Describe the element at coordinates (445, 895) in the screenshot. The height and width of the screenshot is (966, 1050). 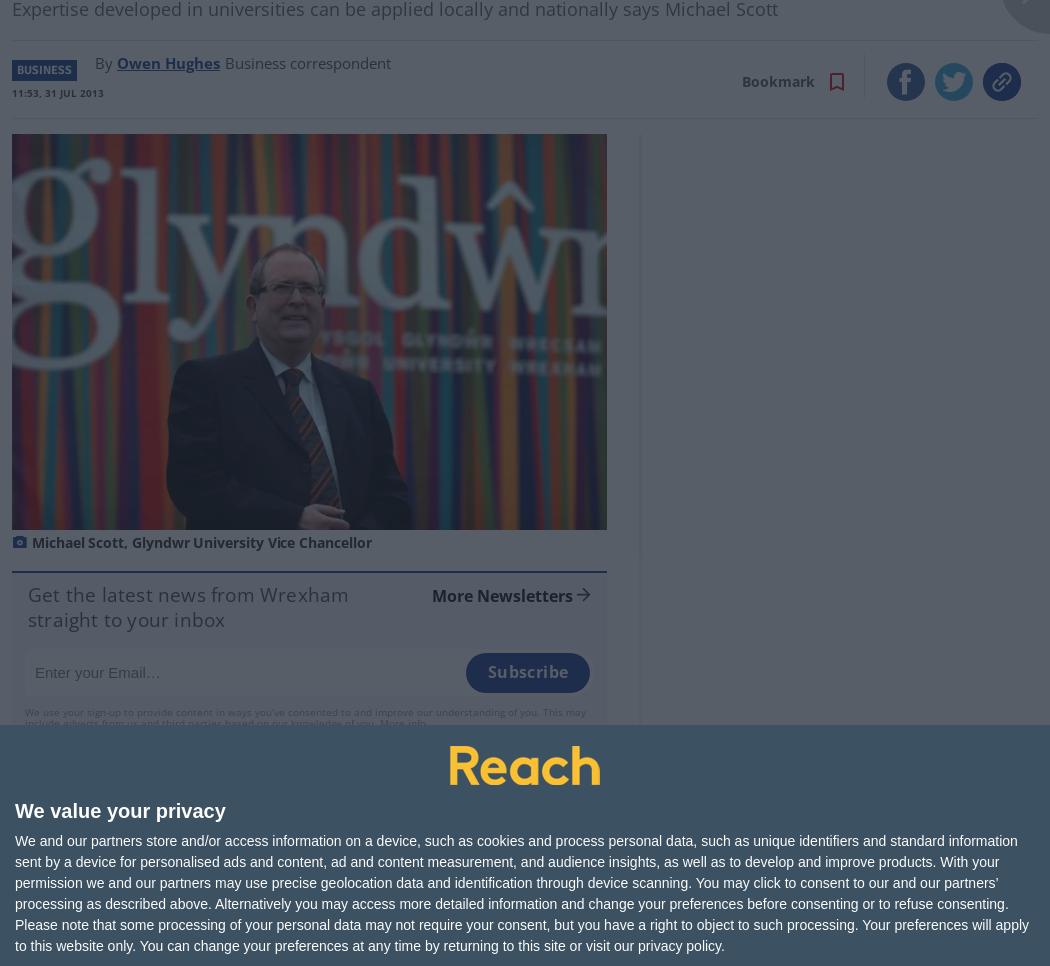
I see `'Story Saved'` at that location.